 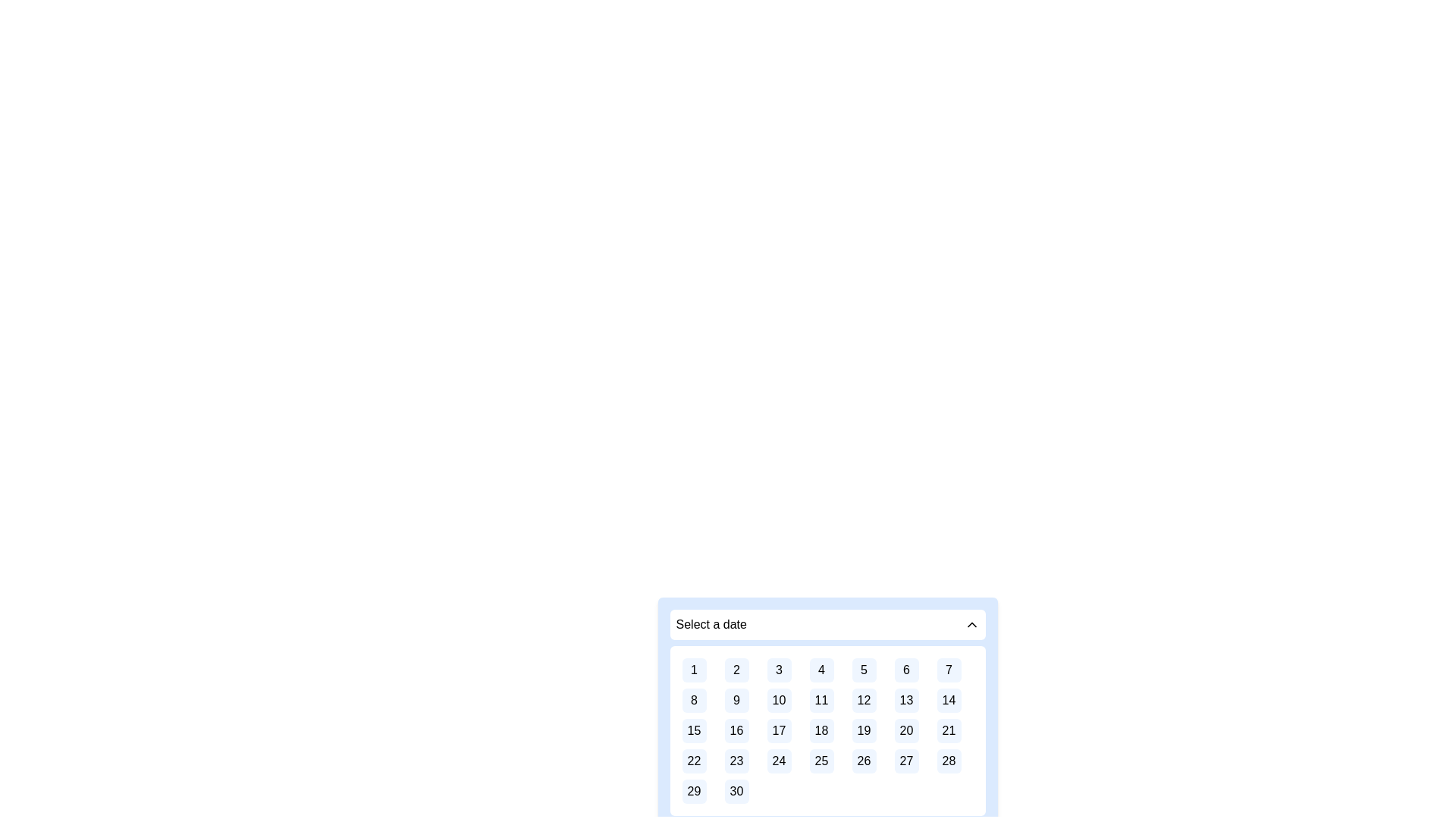 I want to click on the upward-pointing chevron icon located at the far right of the 'Select a date' text, so click(x=971, y=625).